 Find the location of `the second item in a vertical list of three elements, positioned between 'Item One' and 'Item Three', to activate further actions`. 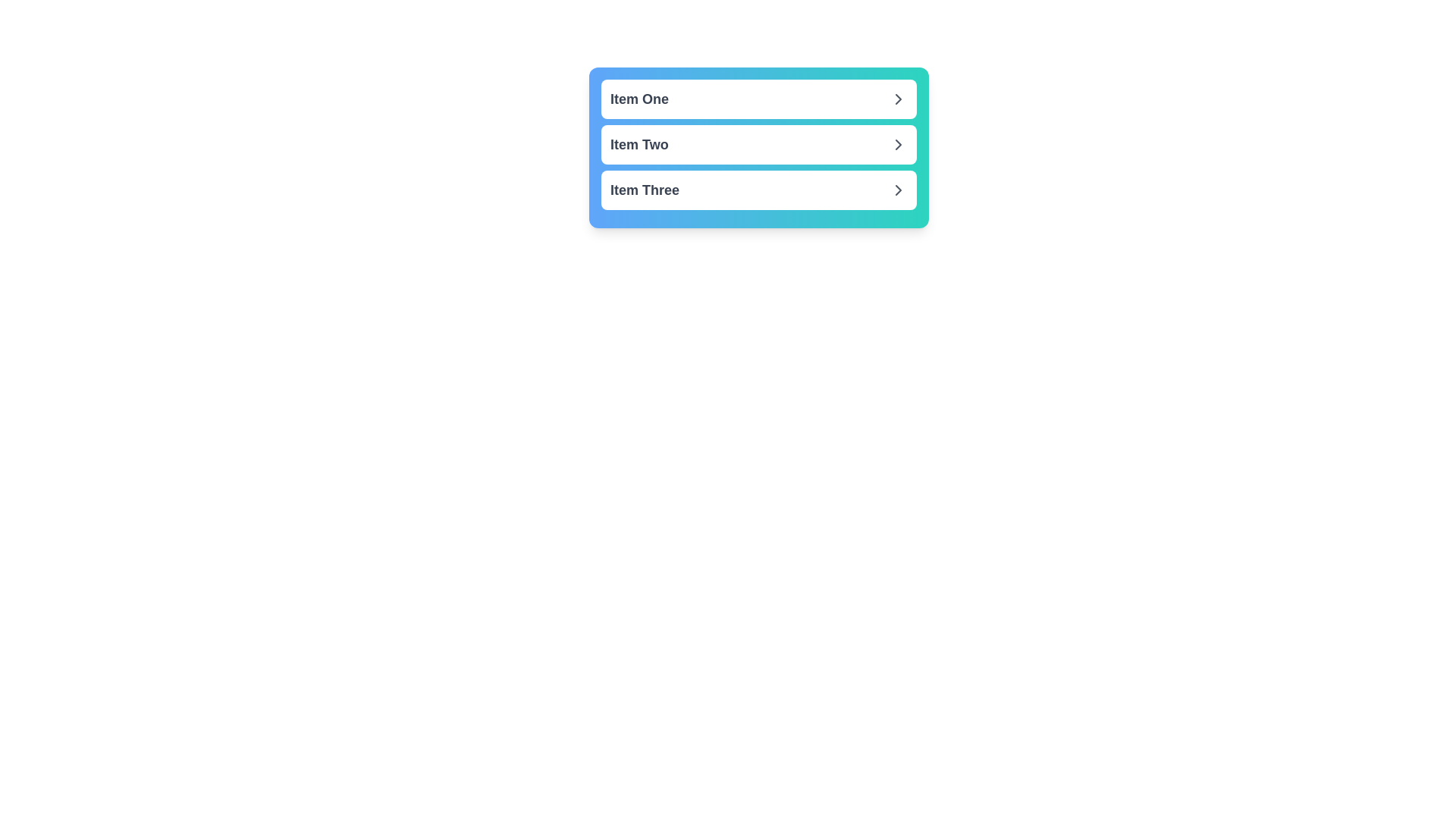

the second item in a vertical list of three elements, positioned between 'Item One' and 'Item Three', to activate further actions is located at coordinates (759, 145).